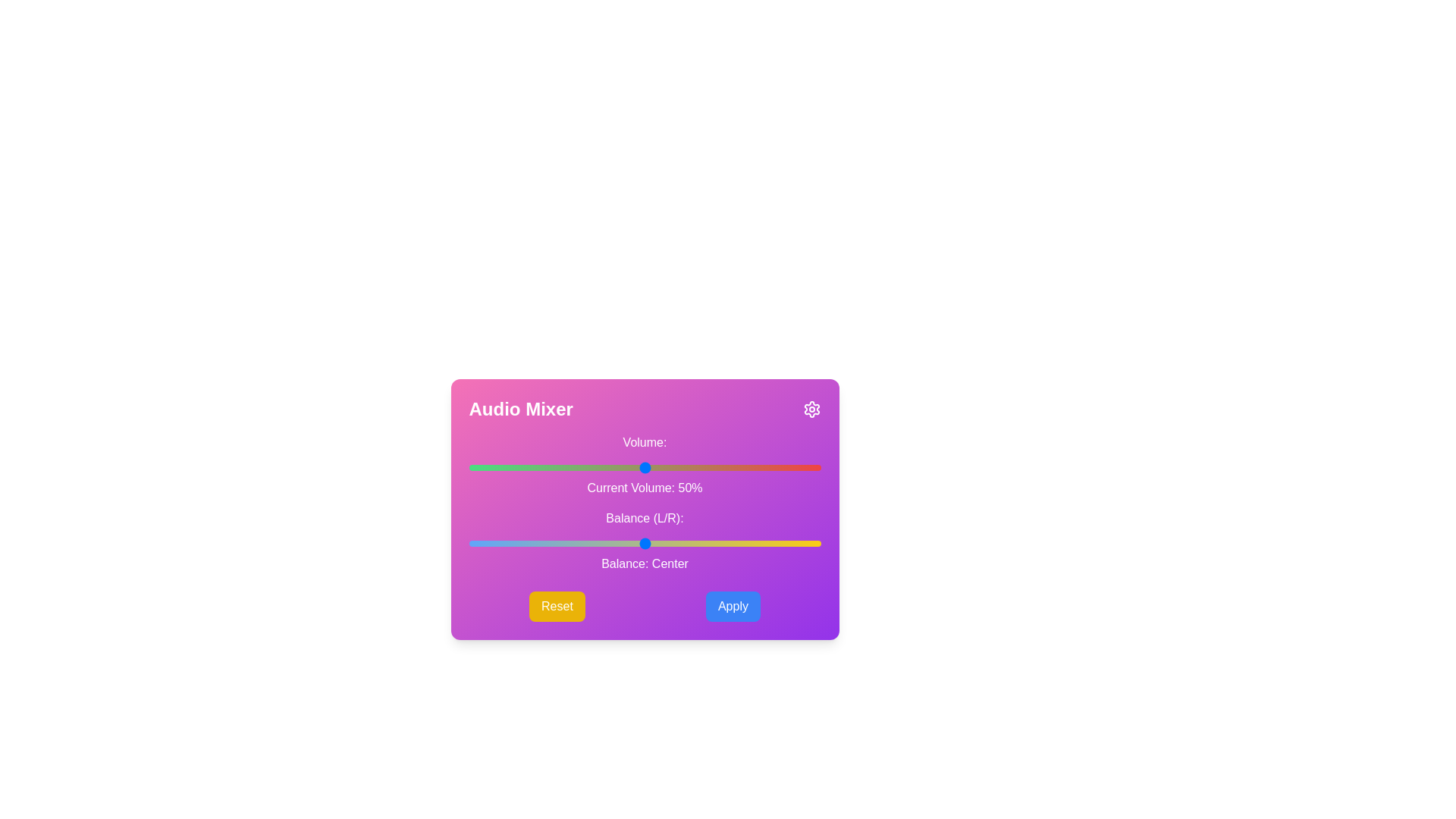 This screenshot has width=1456, height=819. Describe the element at coordinates (809, 543) in the screenshot. I see `the balance slider to set the balance to 47 where balance is a value between -50 and 50` at that location.